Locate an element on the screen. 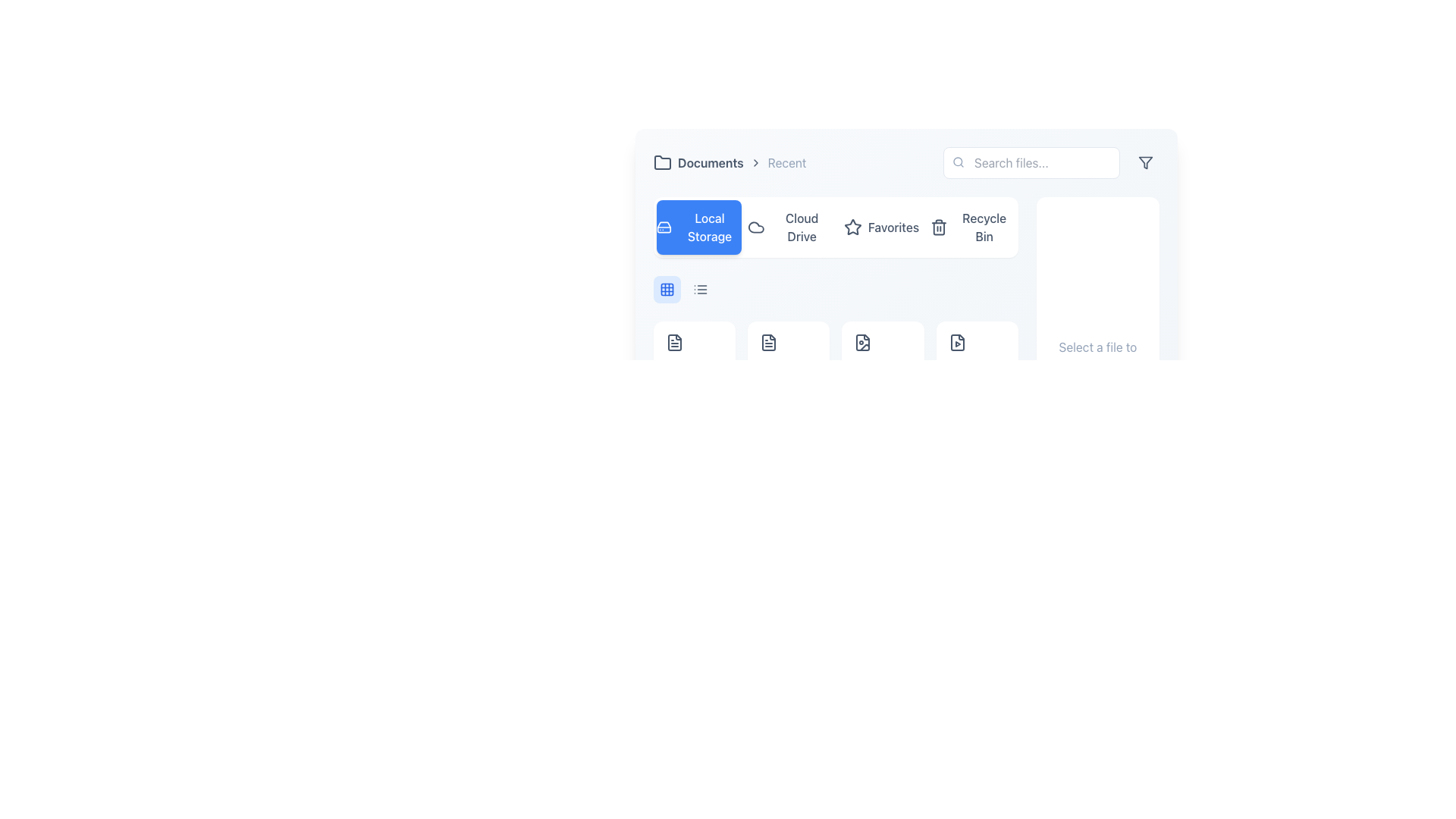 This screenshot has height=819, width=1456. the star icon labeled 'Favorites' located in the toolbar, between 'Cloud Drive' and 'Recycle Bin' is located at coordinates (852, 227).